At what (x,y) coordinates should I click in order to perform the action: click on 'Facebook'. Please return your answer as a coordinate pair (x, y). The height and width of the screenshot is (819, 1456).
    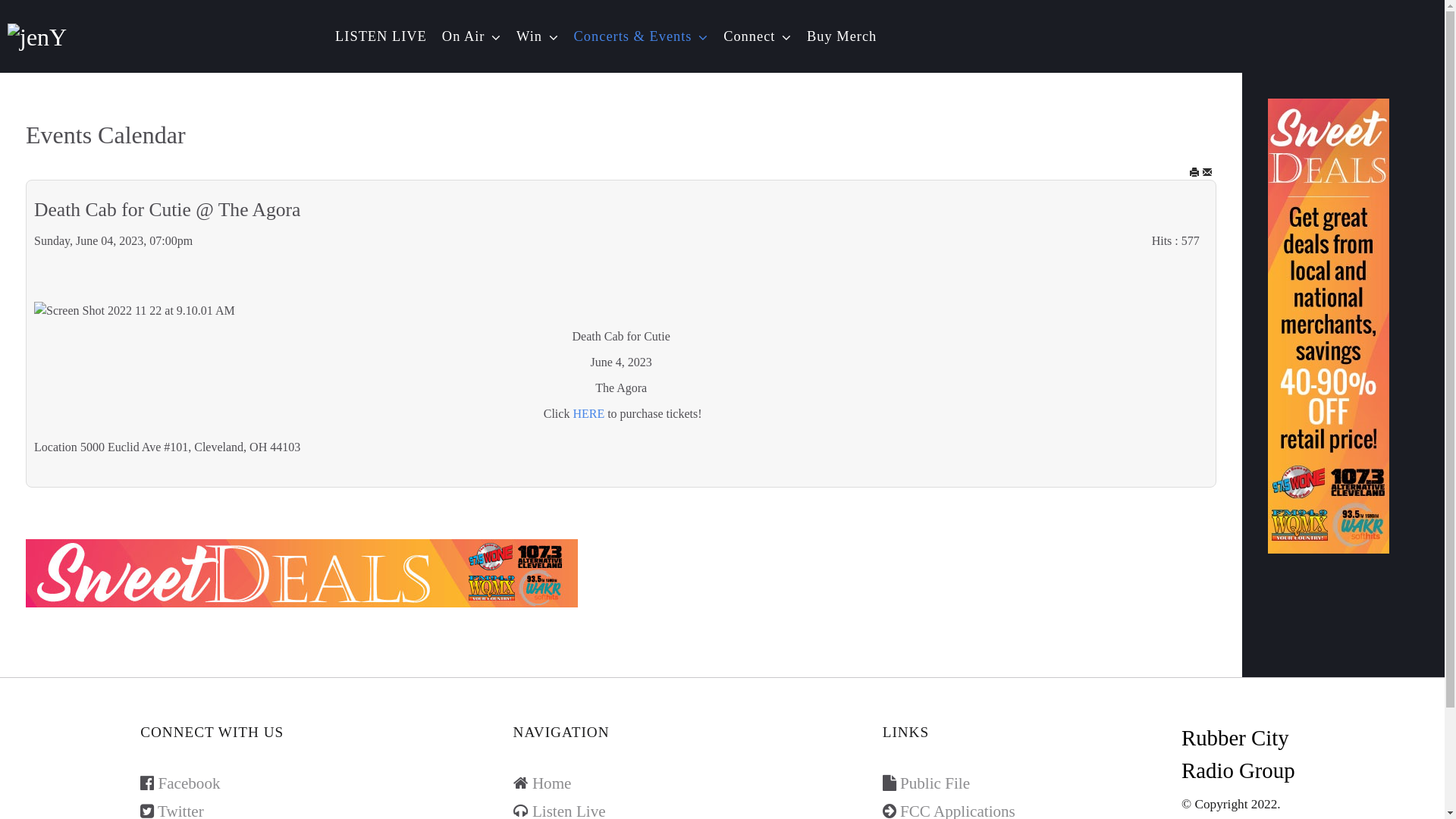
    Looking at the image, I should click on (188, 783).